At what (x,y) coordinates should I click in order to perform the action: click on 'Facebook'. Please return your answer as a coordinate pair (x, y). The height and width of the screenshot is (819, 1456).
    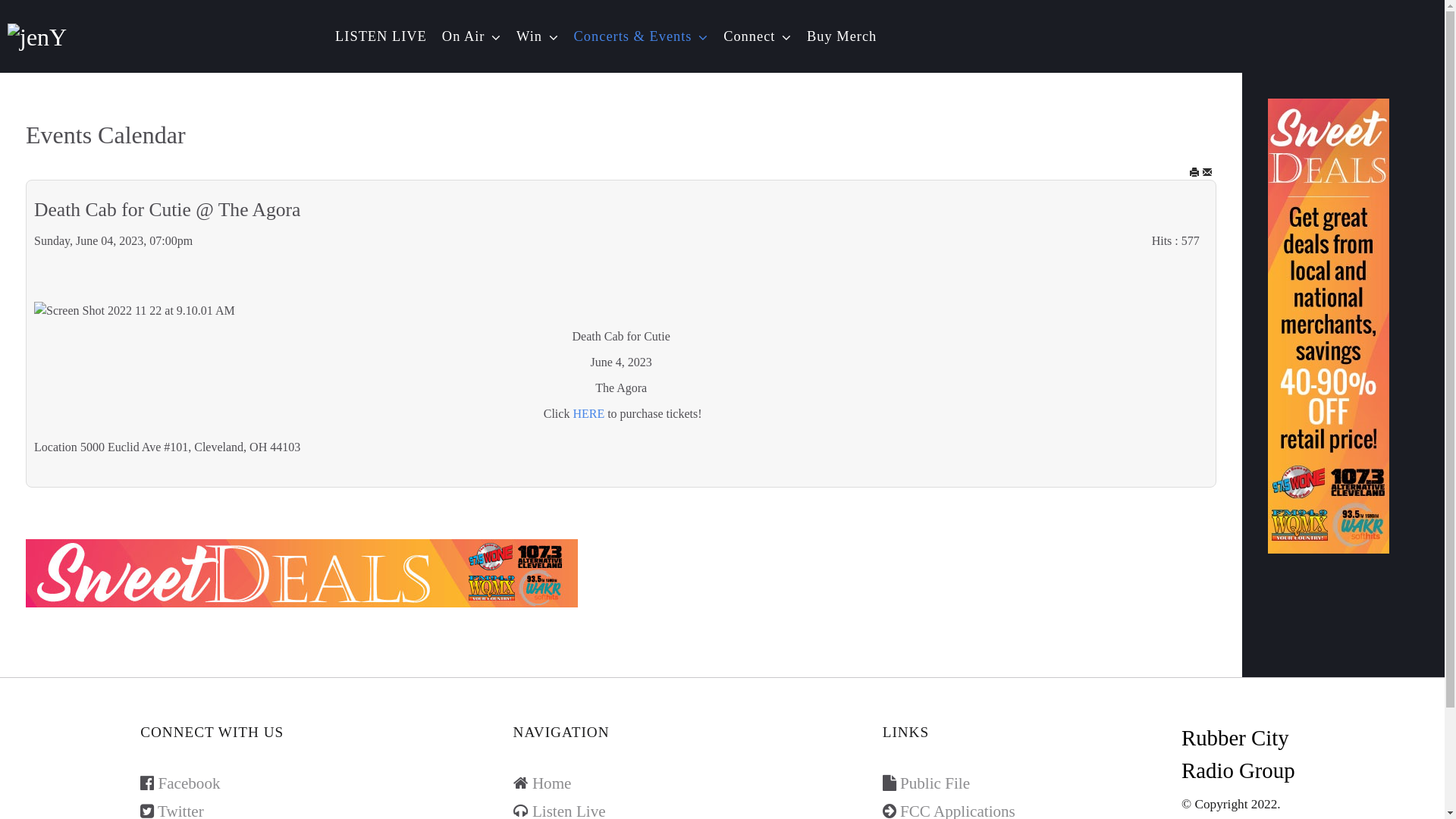
    Looking at the image, I should click on (188, 783).